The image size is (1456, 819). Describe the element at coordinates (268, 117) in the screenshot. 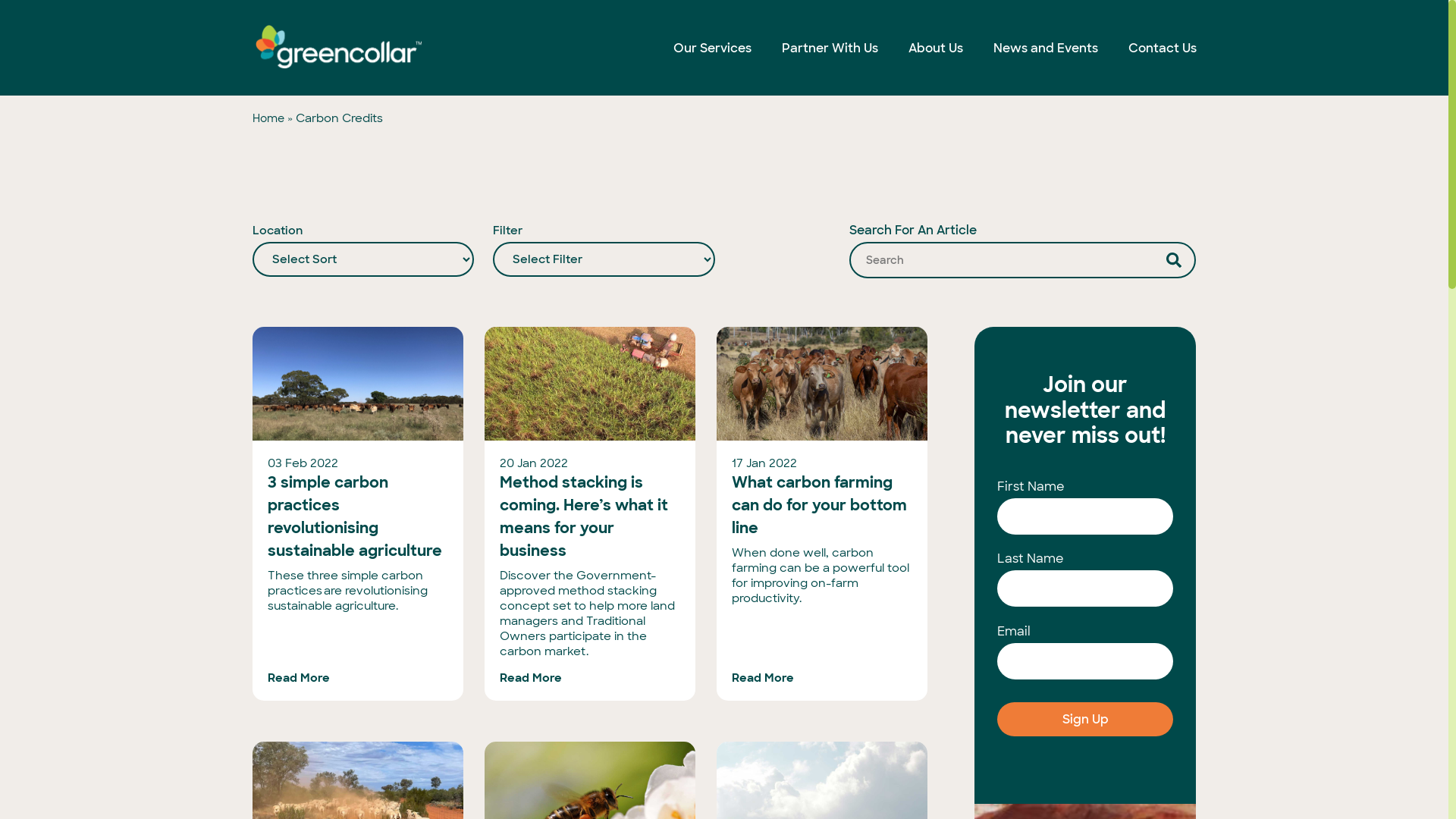

I see `'Home'` at that location.